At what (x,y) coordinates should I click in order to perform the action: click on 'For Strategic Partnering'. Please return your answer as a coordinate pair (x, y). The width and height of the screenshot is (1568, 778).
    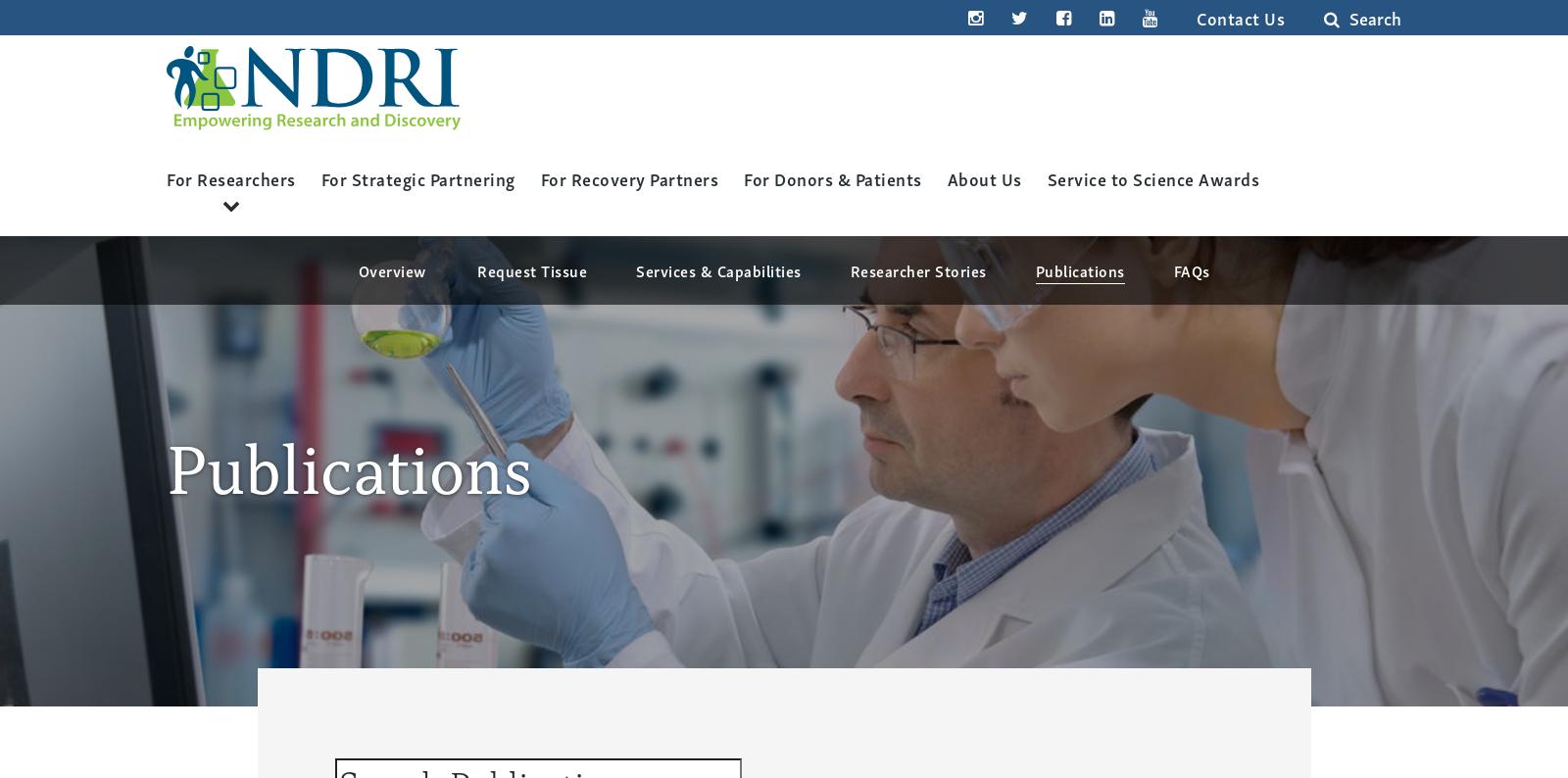
    Looking at the image, I should click on (320, 176).